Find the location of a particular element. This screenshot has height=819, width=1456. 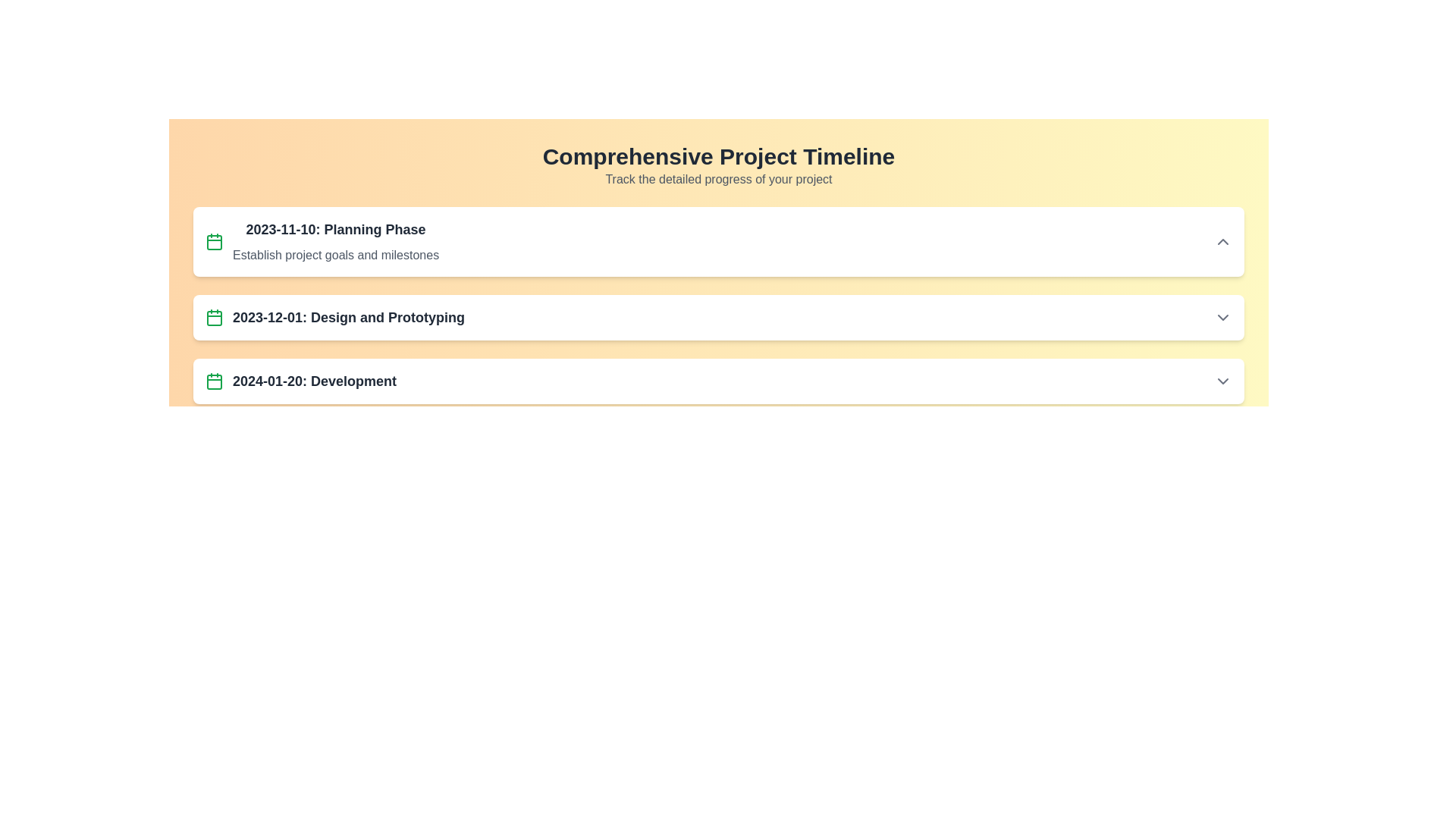

text of the third list item that displays information about the development activity scheduled for January 20, 2024 is located at coordinates (301, 380).